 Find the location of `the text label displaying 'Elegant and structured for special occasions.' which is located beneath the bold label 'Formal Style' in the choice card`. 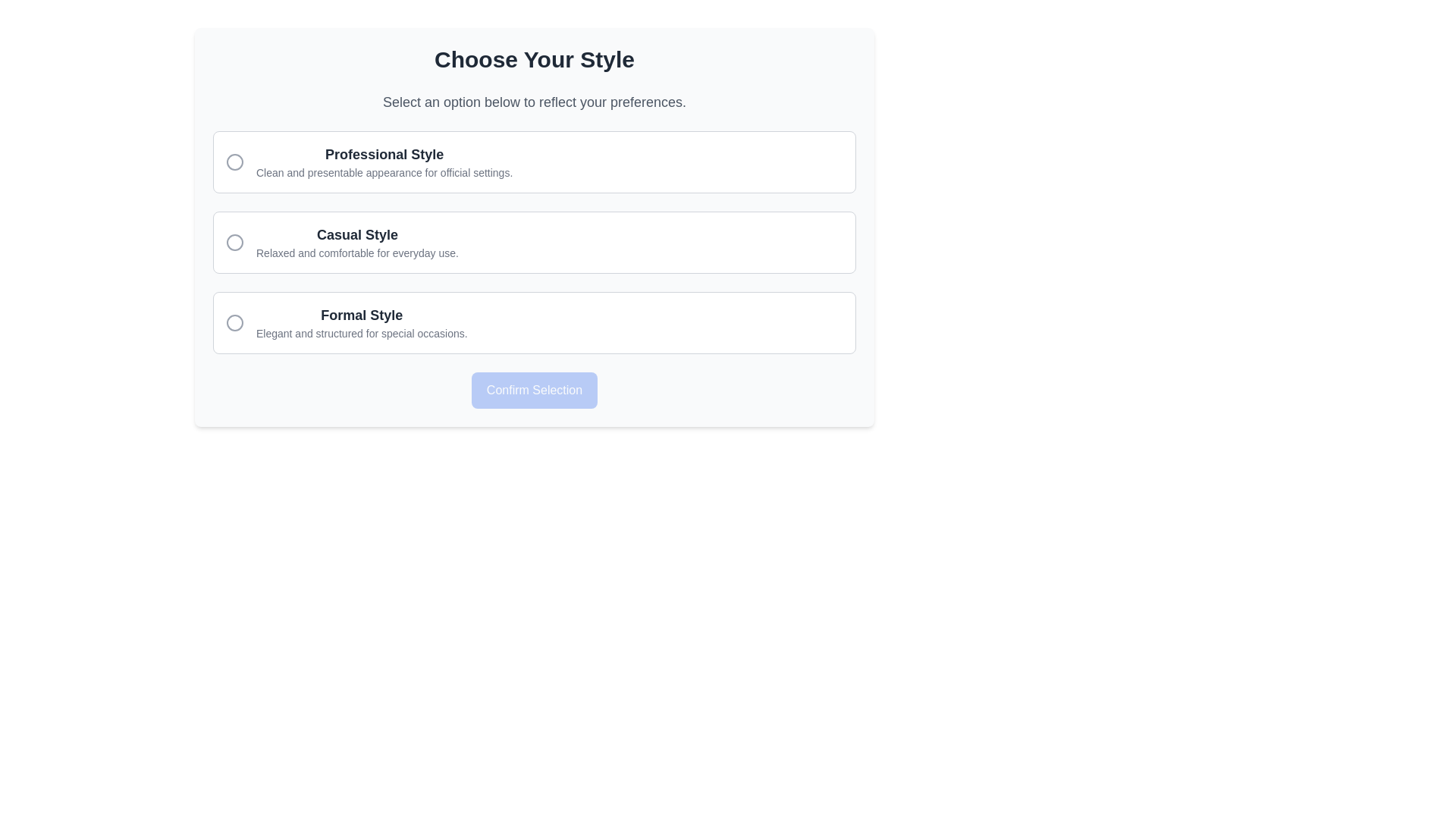

the text label displaying 'Elegant and structured for special occasions.' which is located beneath the bold label 'Formal Style' in the choice card is located at coordinates (361, 332).